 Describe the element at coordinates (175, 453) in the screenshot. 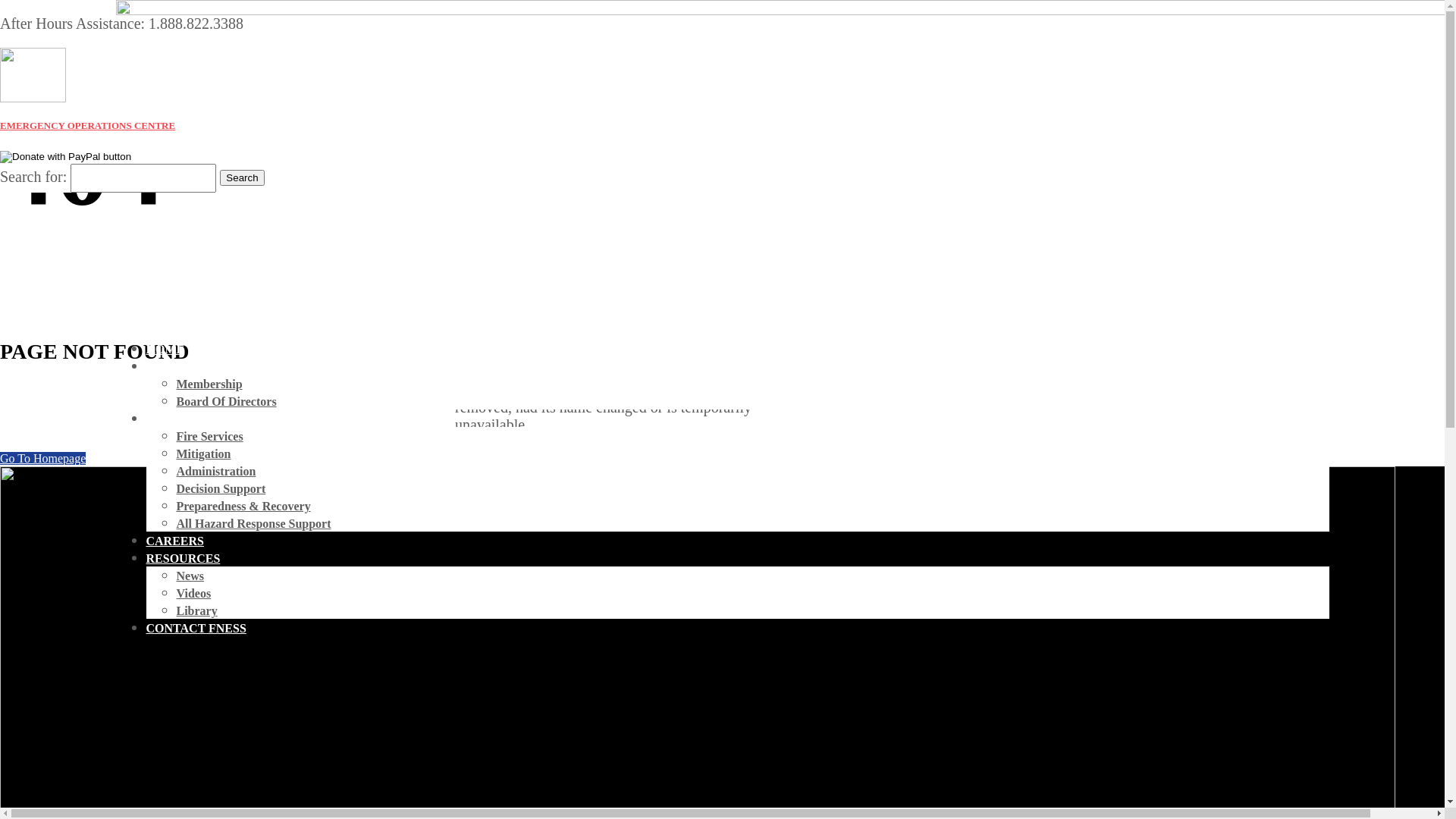

I see `'Mitigation'` at that location.